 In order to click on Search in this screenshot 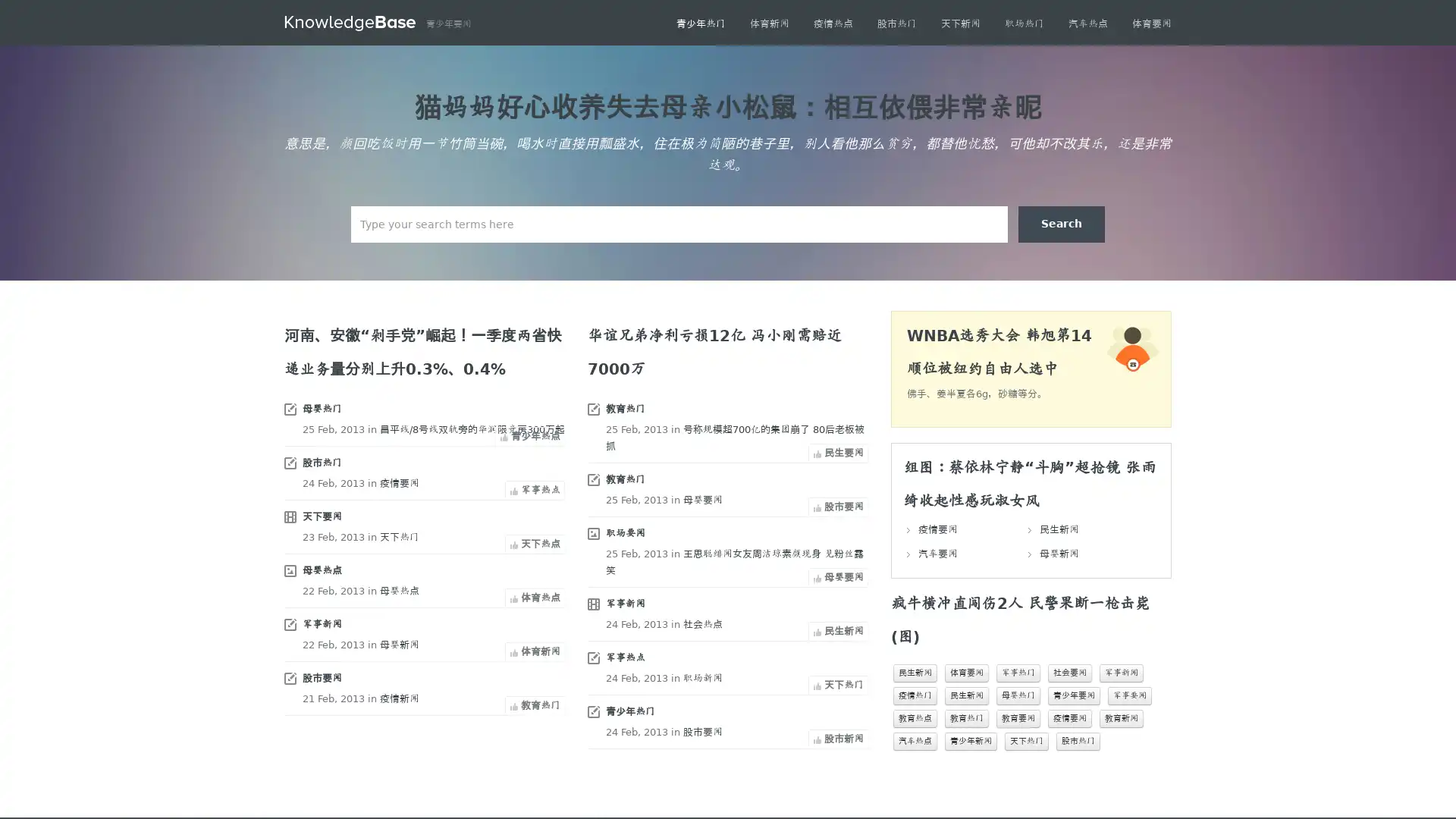, I will do `click(1061, 224)`.